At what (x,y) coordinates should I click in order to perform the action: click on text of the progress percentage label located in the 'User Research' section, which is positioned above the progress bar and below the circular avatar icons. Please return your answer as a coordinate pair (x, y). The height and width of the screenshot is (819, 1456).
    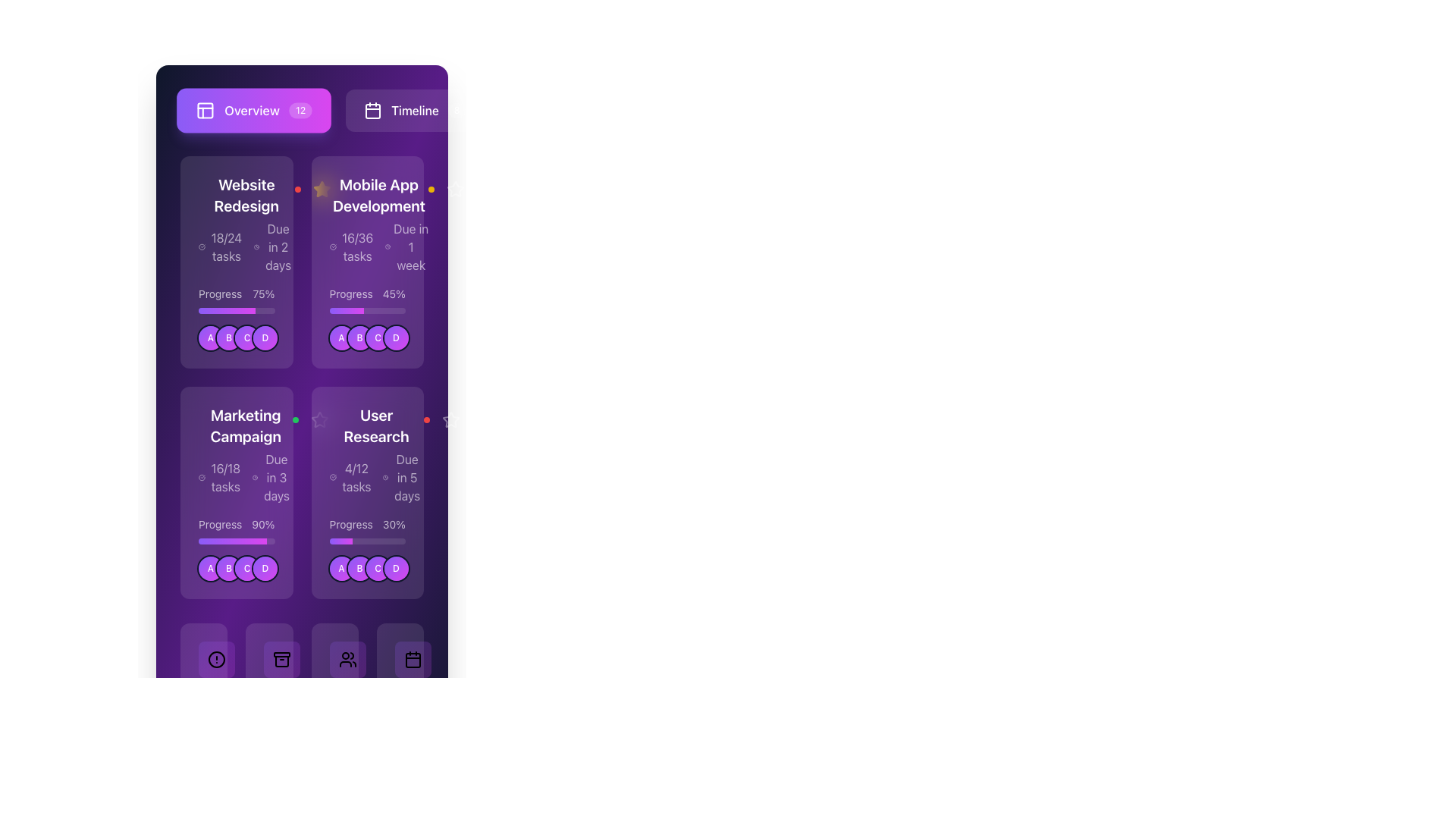
    Looking at the image, I should click on (367, 523).